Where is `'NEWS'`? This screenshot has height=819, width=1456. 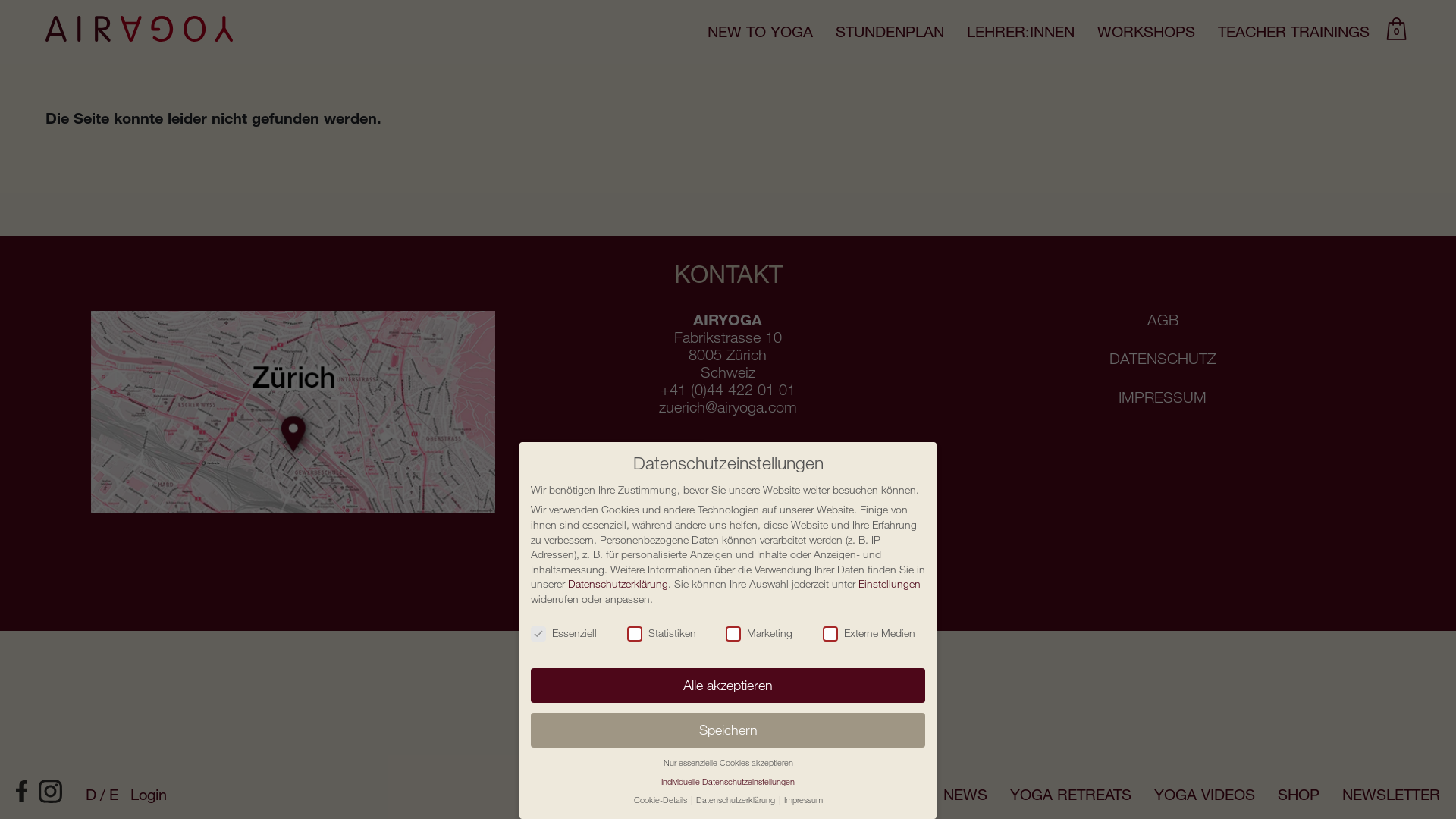
'NEWS' is located at coordinates (942, 793).